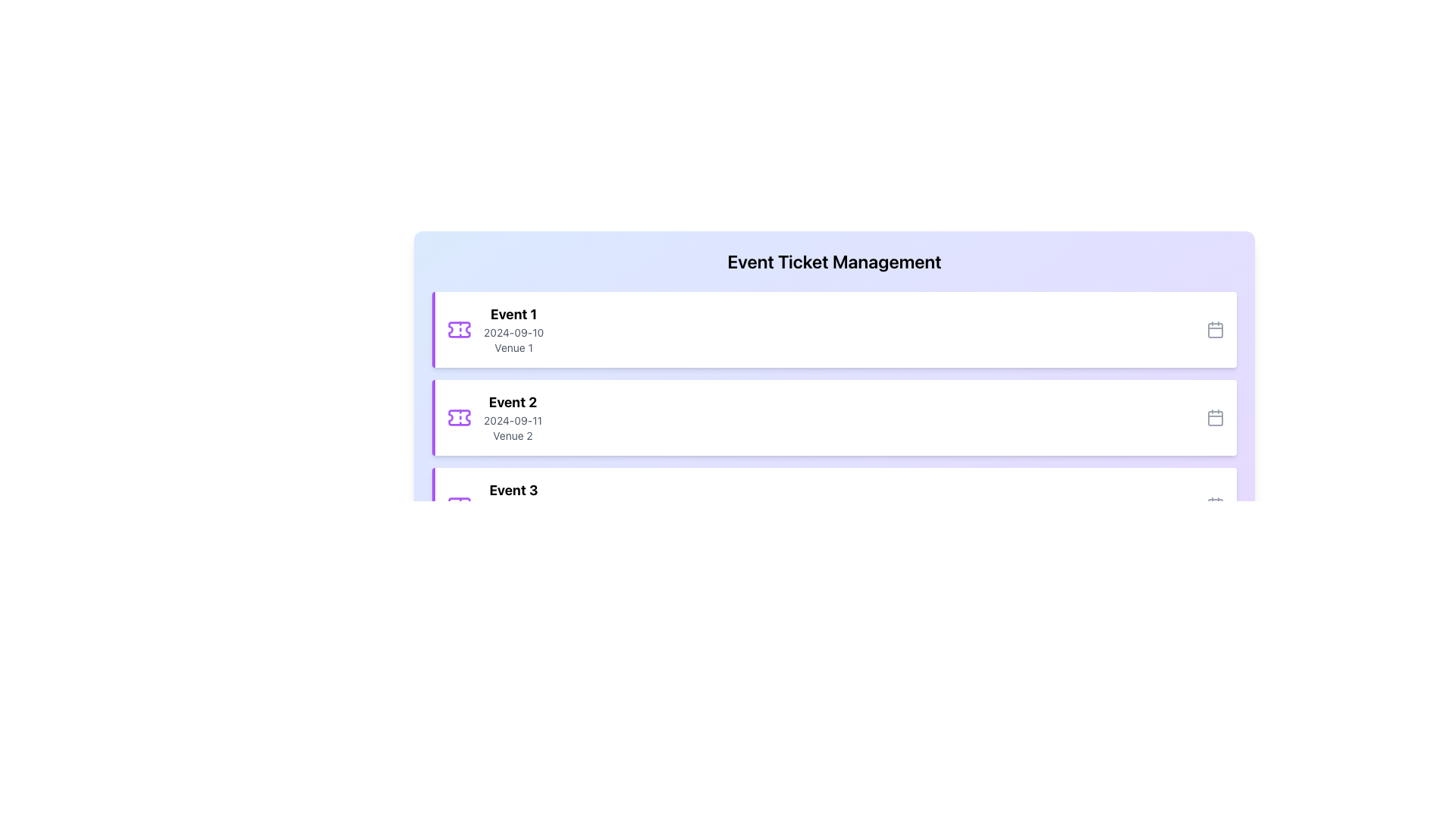 The height and width of the screenshot is (819, 1456). I want to click on the stylized ticket icon located in the middle-left region of 'Event 2' entry, positioned to the left of the event's textual content, so click(458, 418).